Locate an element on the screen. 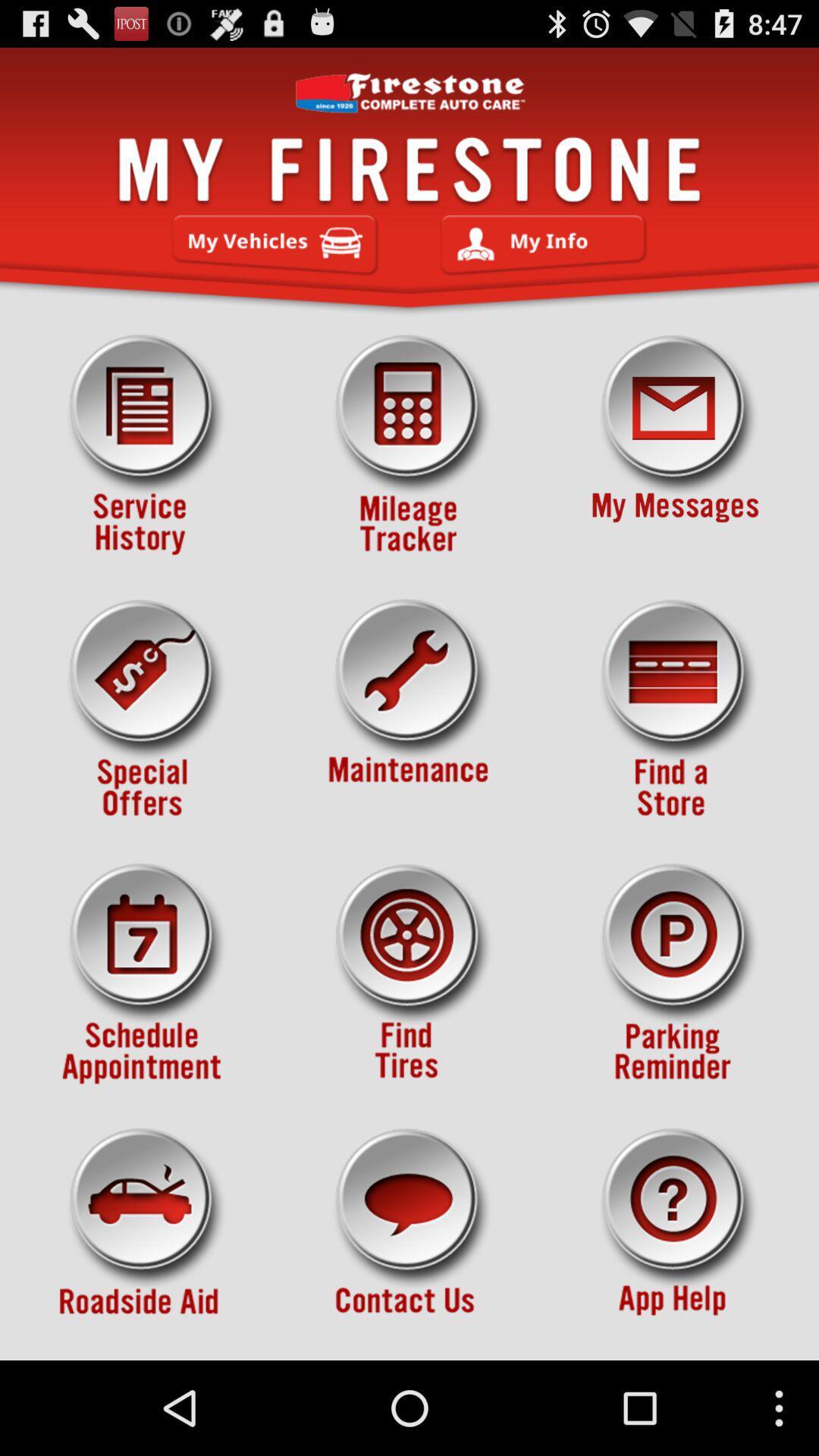 The width and height of the screenshot is (819, 1456). show my cars is located at coordinates (275, 245).